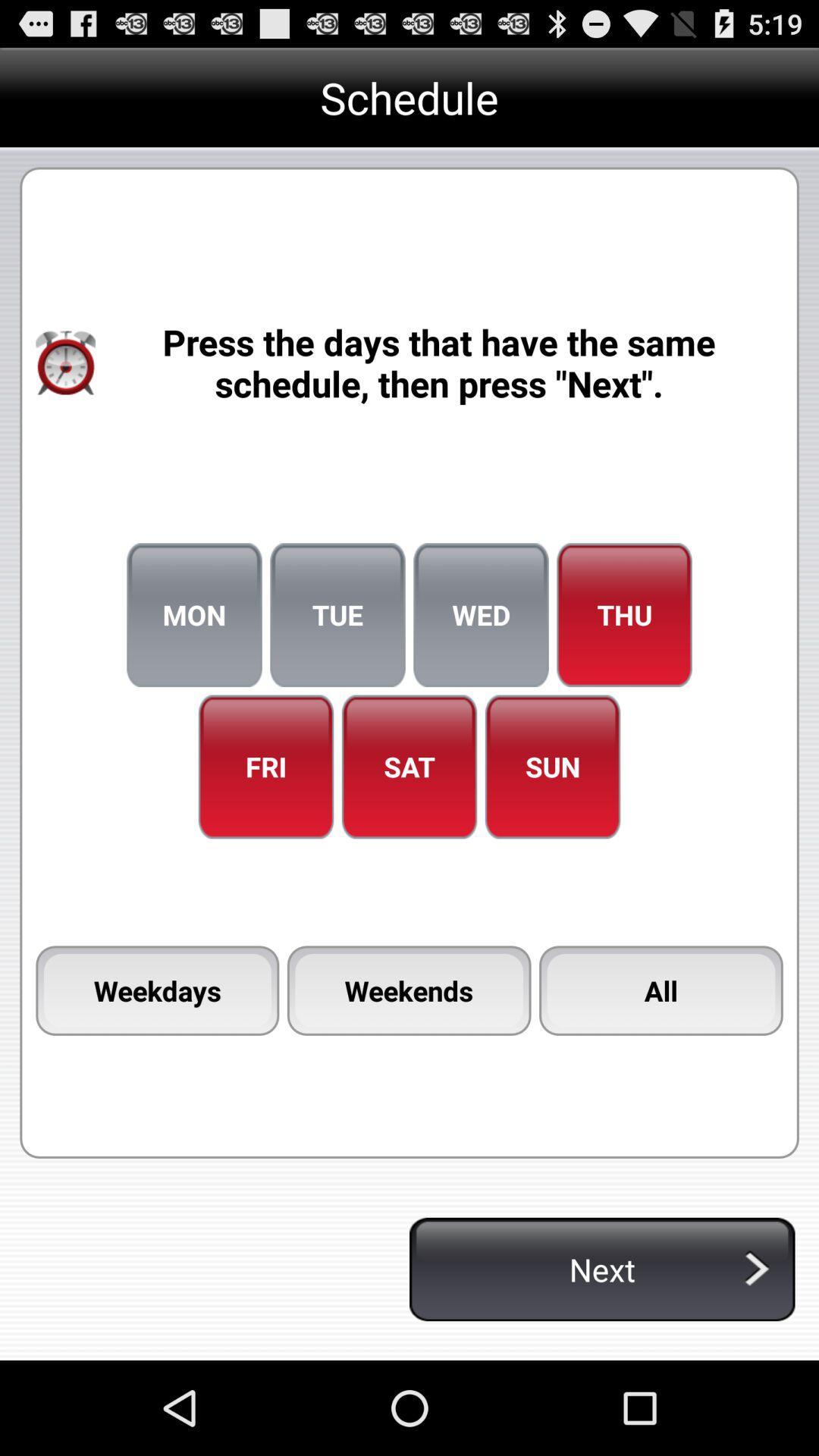 The height and width of the screenshot is (1456, 819). Describe the element at coordinates (409, 767) in the screenshot. I see `sat icon` at that location.